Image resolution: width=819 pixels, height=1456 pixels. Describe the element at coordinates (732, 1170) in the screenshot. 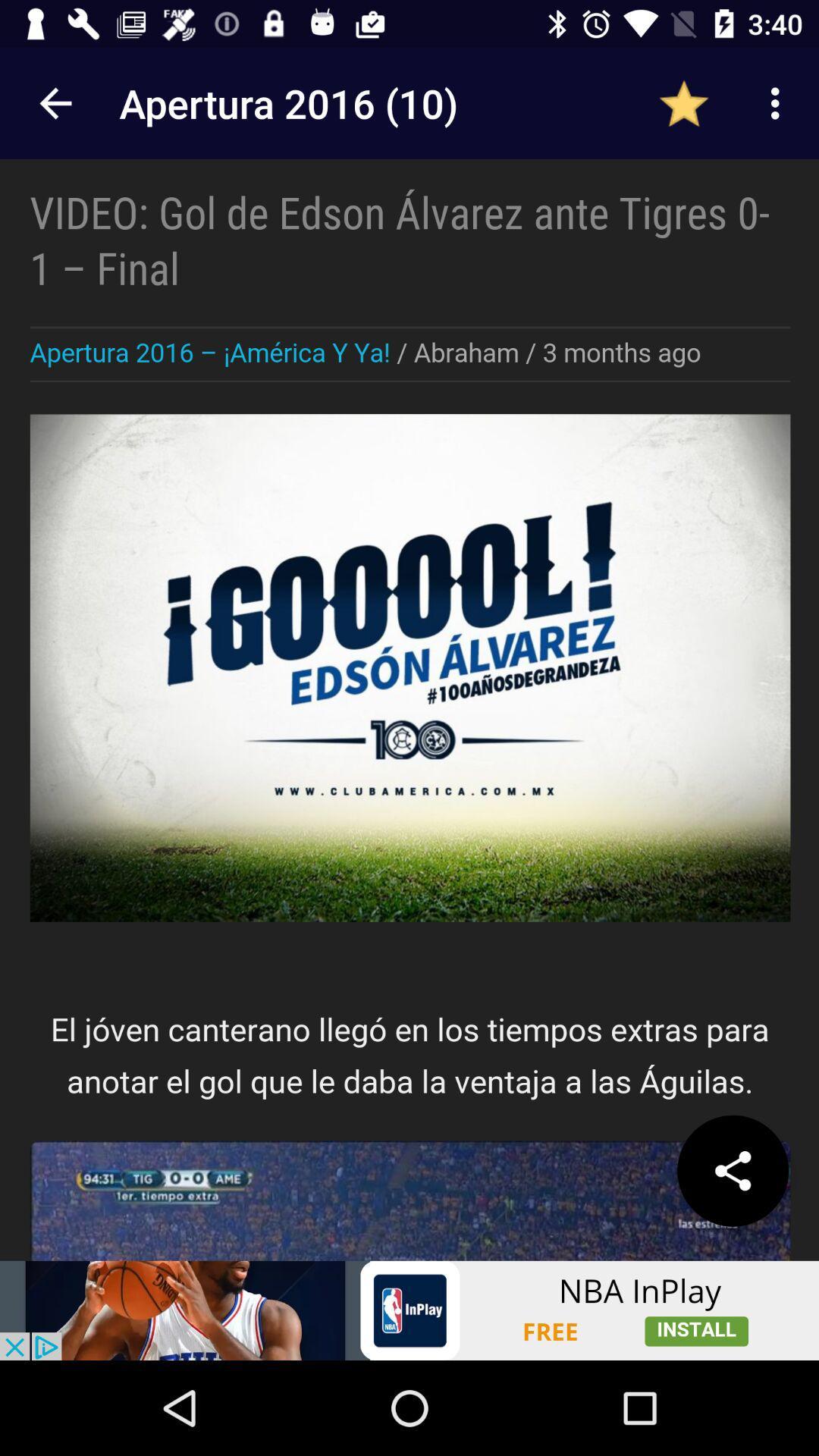

I see `the share icon` at that location.